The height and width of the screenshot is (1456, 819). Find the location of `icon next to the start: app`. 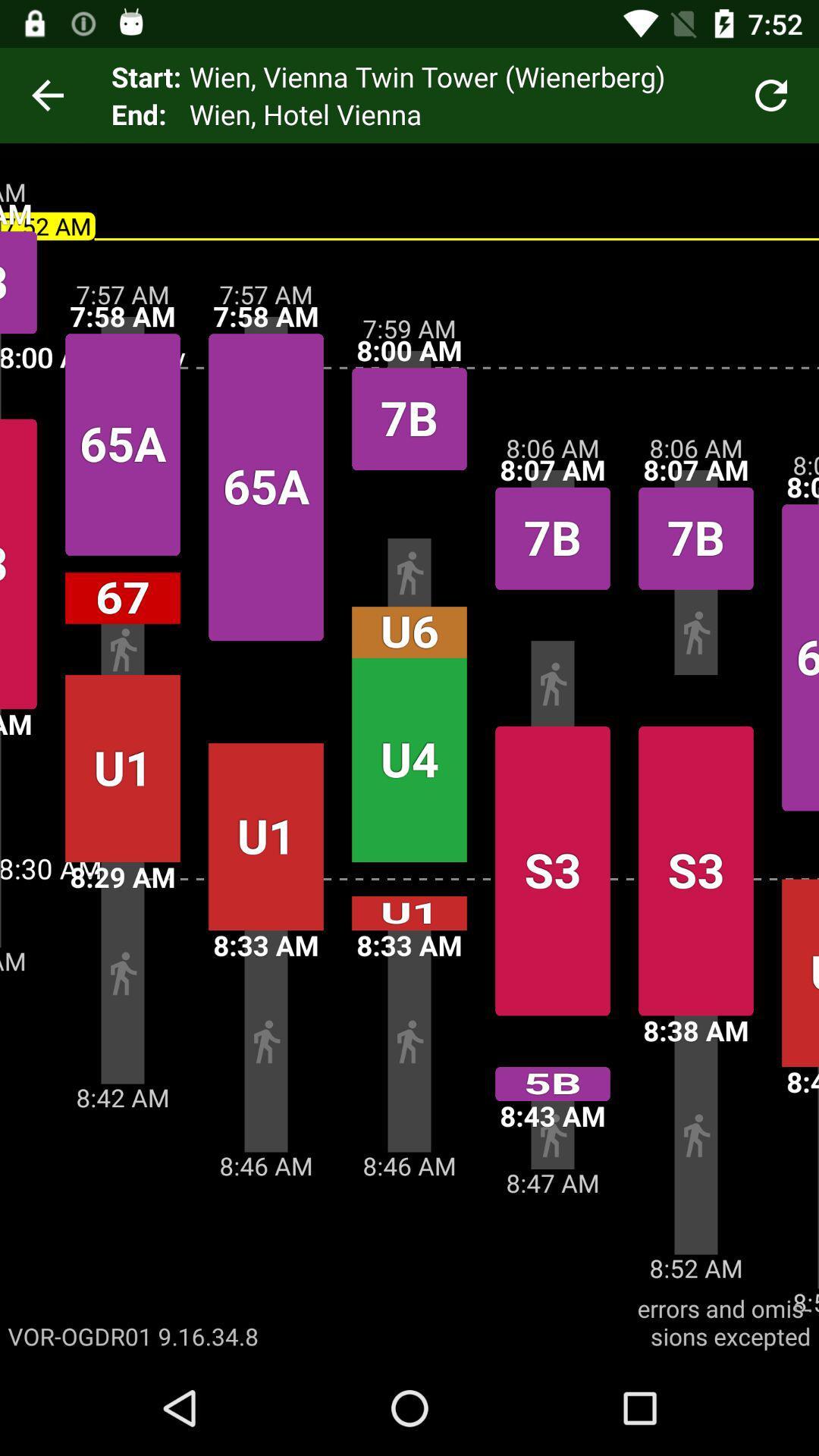

icon next to the start: app is located at coordinates (46, 94).